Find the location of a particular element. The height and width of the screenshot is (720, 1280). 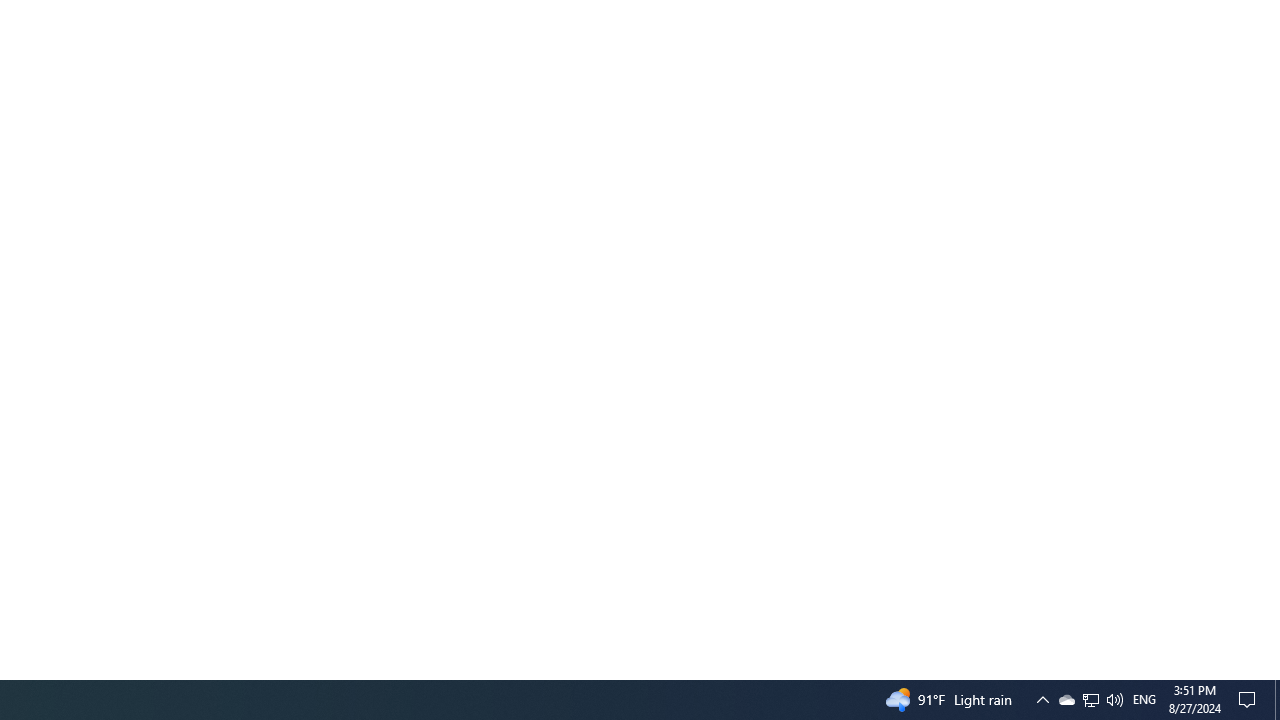

'Show desktop' is located at coordinates (1276, 698).